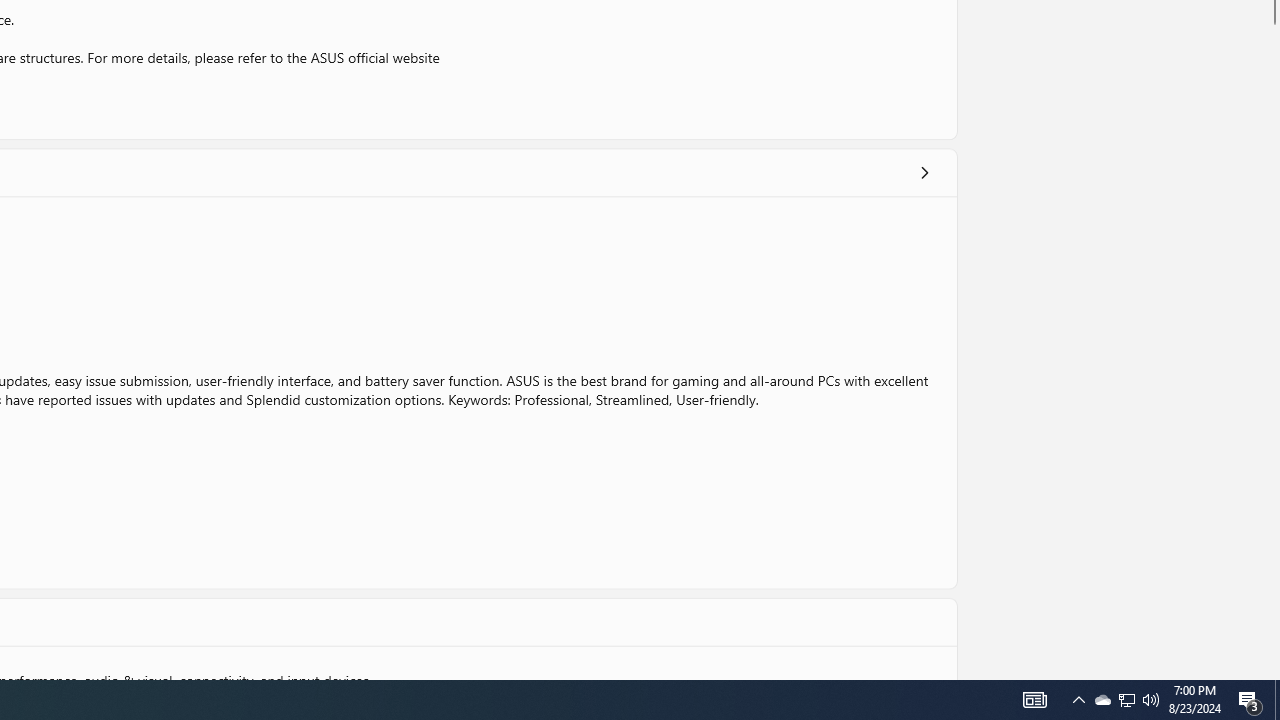  What do you see at coordinates (1271, 672) in the screenshot?
I see `'Vertical Small Increase'` at bounding box center [1271, 672].